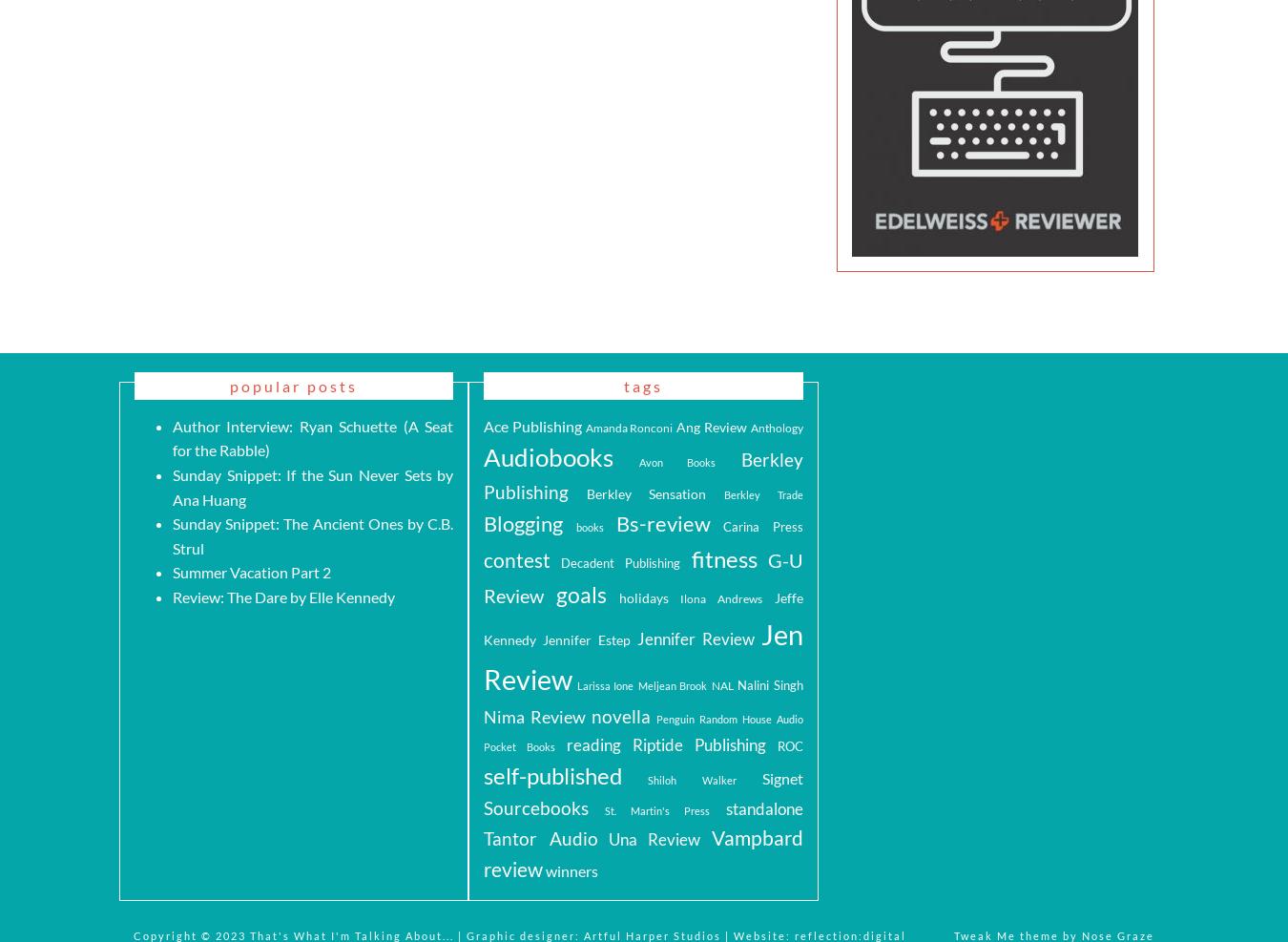 Image resolution: width=1288 pixels, height=942 pixels. What do you see at coordinates (661, 523) in the screenshot?
I see `'Bs-review'` at bounding box center [661, 523].